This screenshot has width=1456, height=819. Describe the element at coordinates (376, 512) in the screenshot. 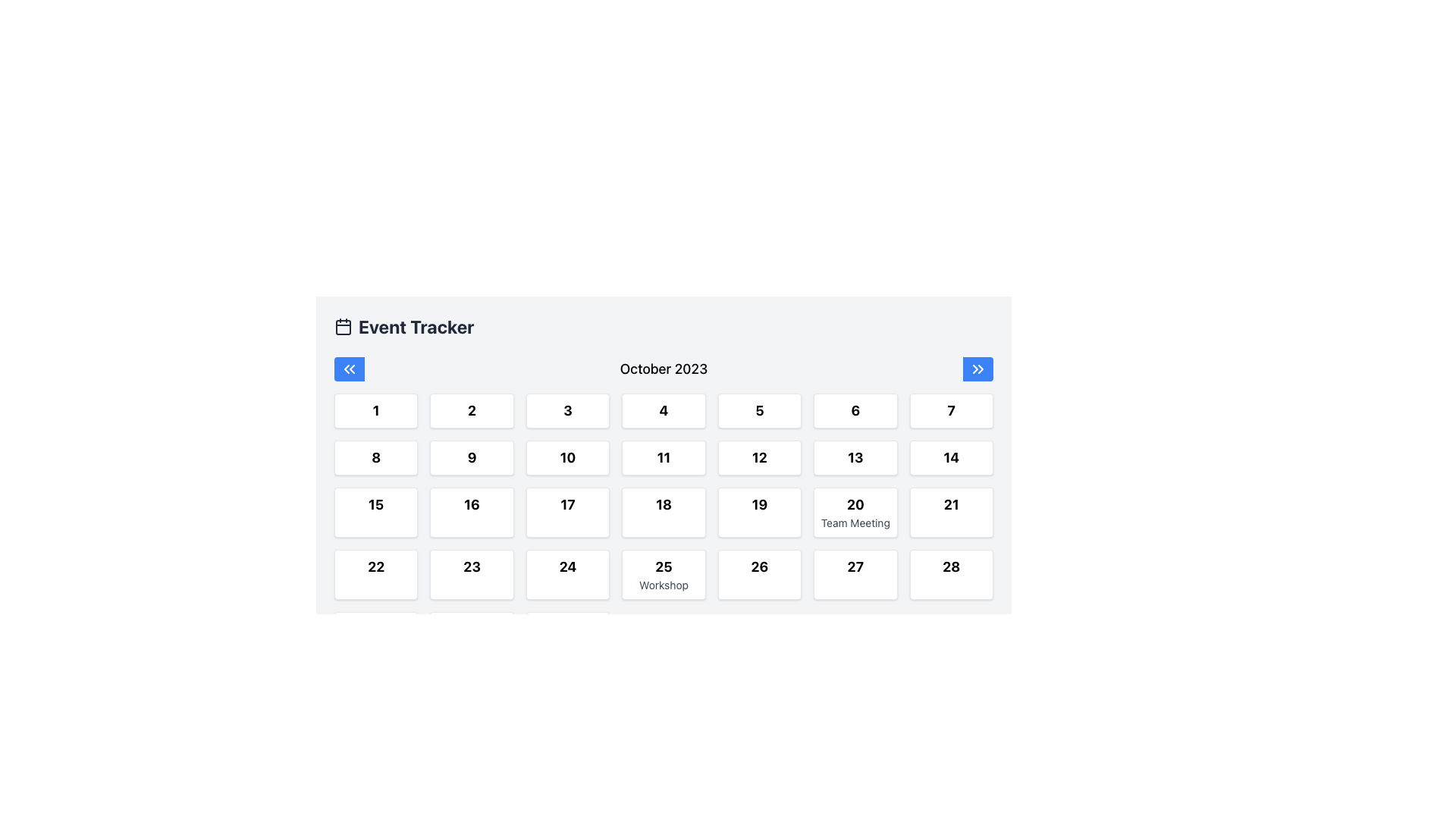

I see `the Calendar day cell displaying the number '15', located in the fifth item of the third row of a 7xN grid layout, below the 'Event Tracker' header` at that location.